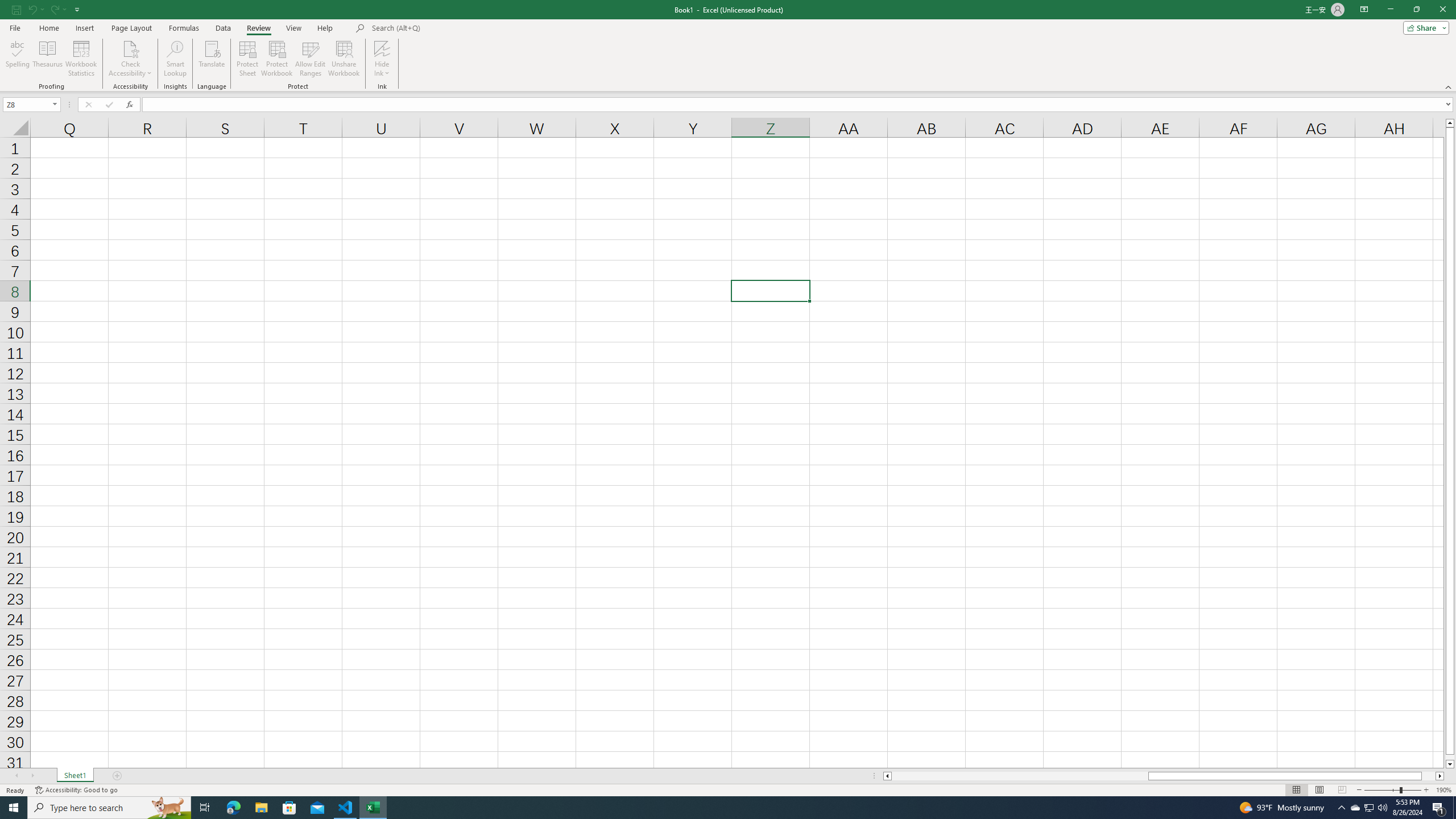  What do you see at coordinates (1416, 9) in the screenshot?
I see `'Restore Down'` at bounding box center [1416, 9].